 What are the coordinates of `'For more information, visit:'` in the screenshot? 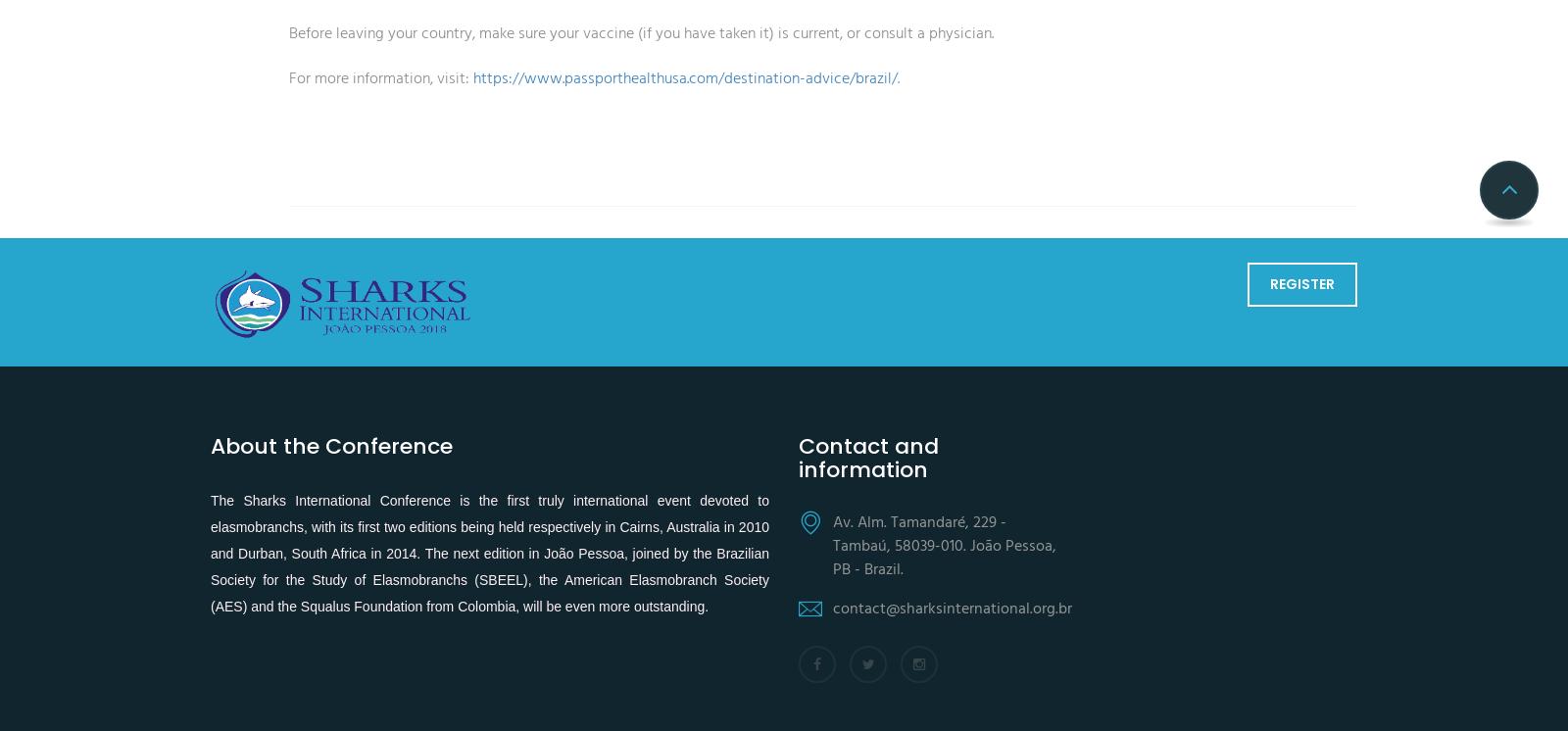 It's located at (380, 61).